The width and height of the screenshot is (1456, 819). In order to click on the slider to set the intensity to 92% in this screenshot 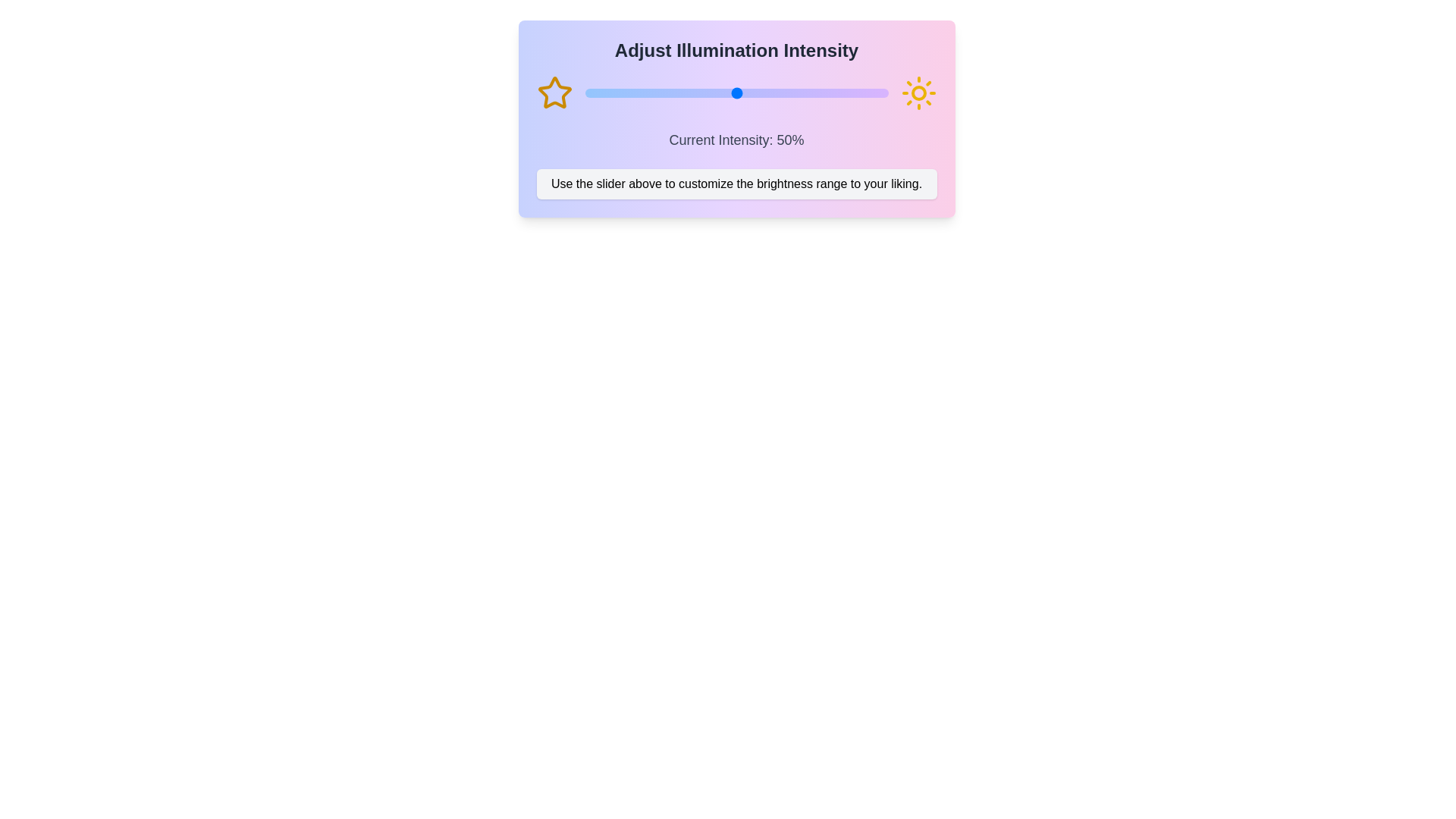, I will do `click(864, 93)`.